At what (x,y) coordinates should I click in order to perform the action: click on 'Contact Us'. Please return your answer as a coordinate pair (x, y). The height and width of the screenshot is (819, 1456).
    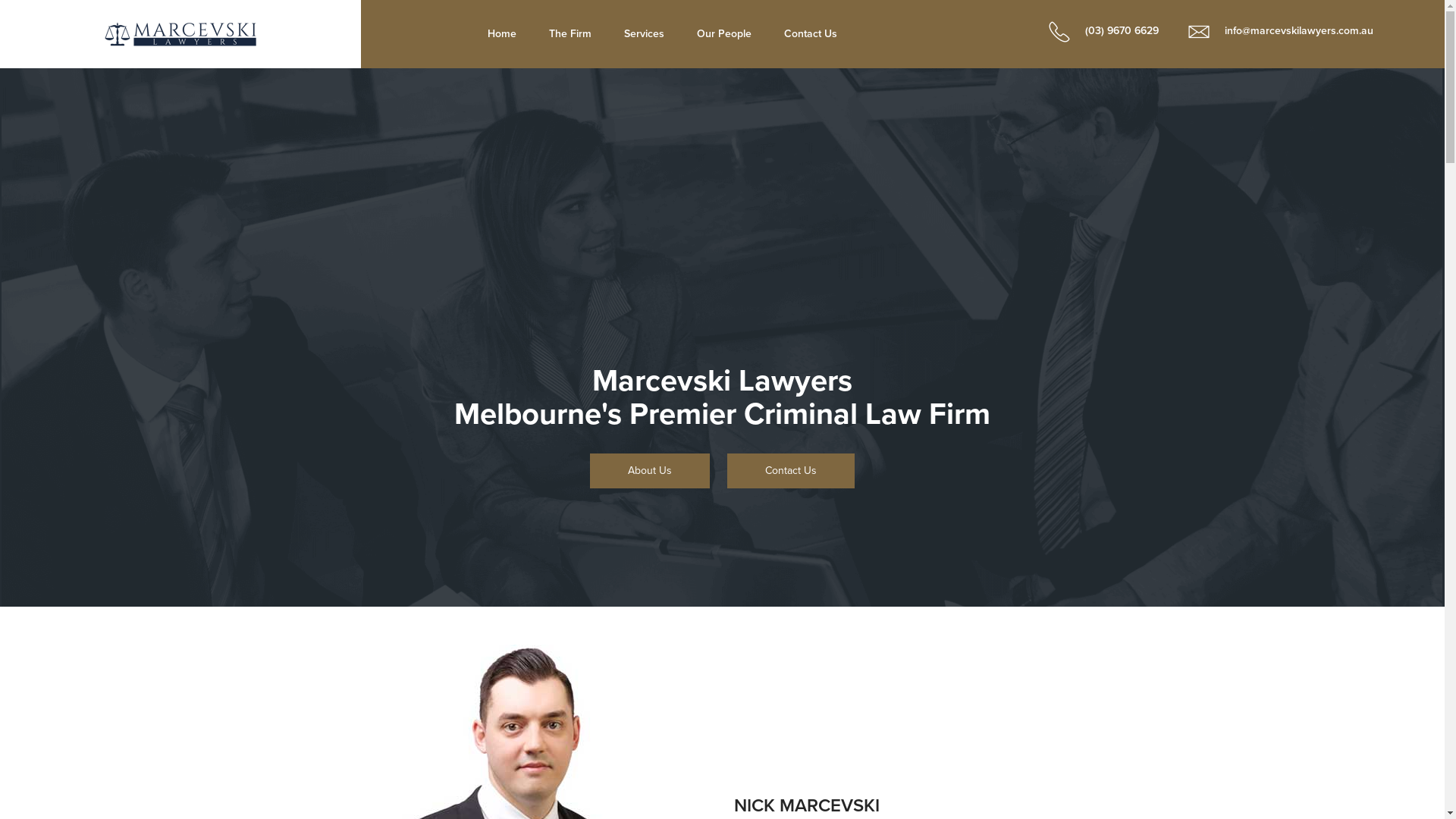
    Looking at the image, I should click on (789, 470).